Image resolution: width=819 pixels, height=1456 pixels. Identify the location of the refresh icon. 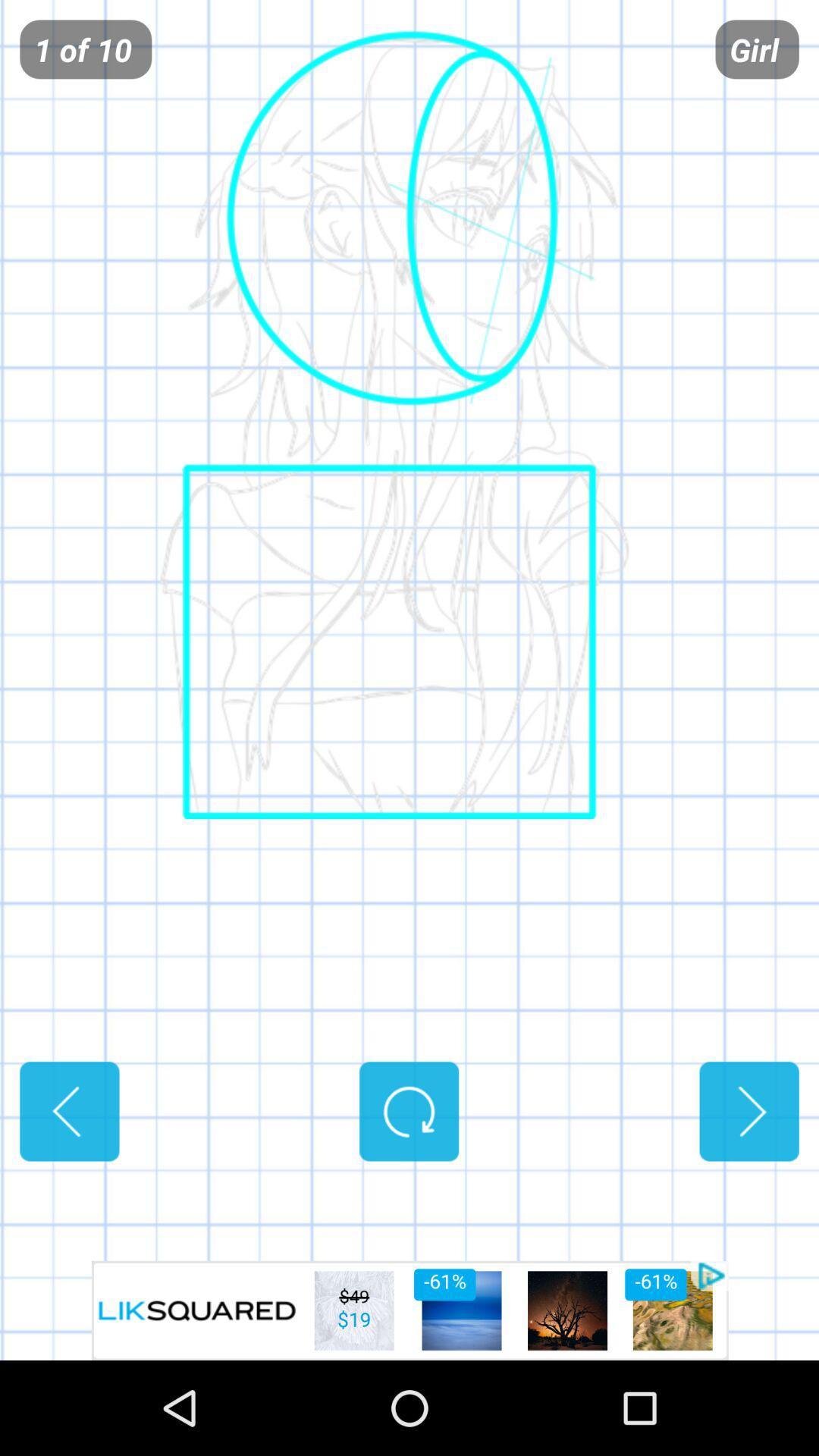
(408, 1188).